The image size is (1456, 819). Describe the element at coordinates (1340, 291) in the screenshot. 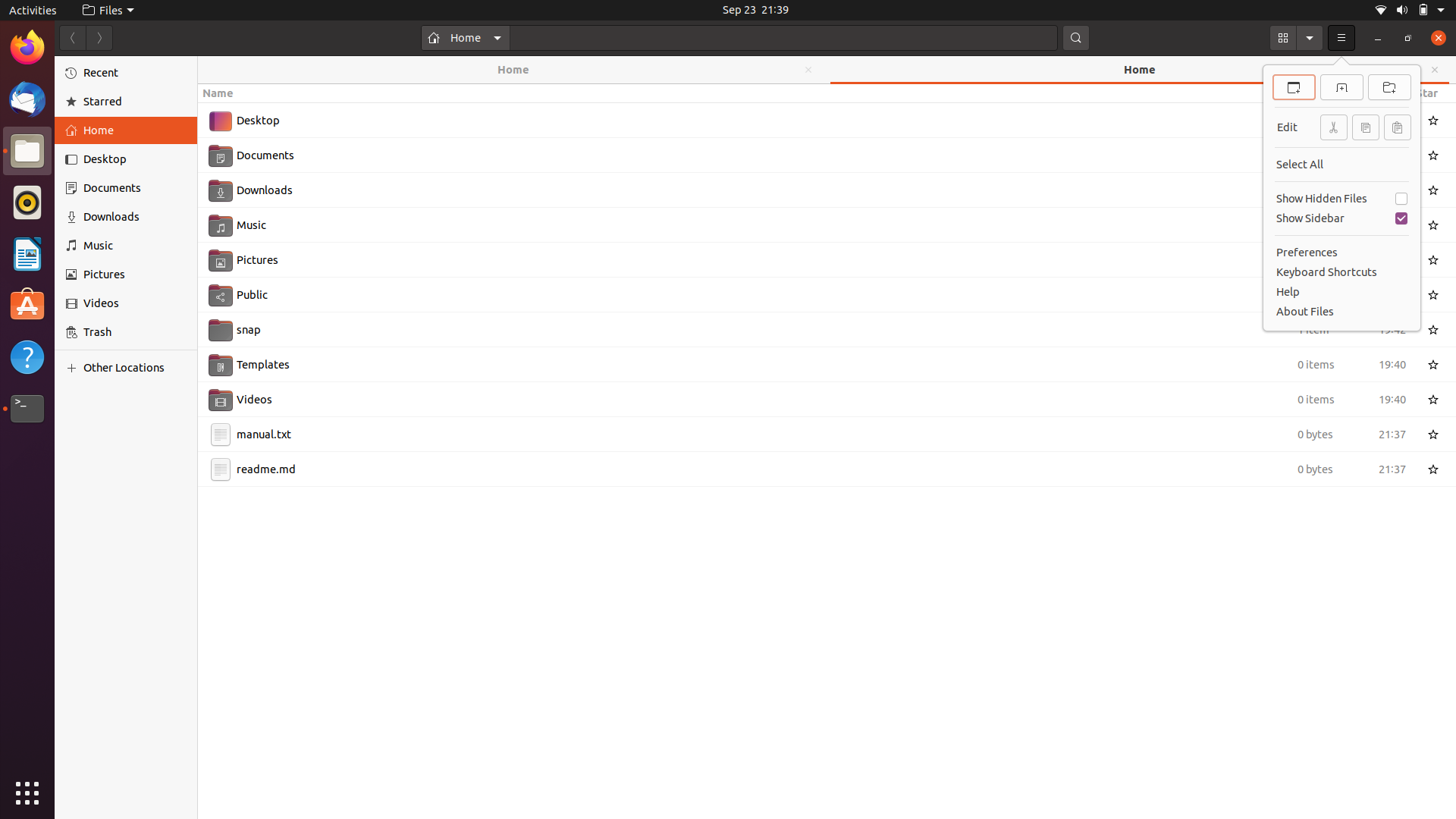

I see `the "Help" menu using mouse` at that location.